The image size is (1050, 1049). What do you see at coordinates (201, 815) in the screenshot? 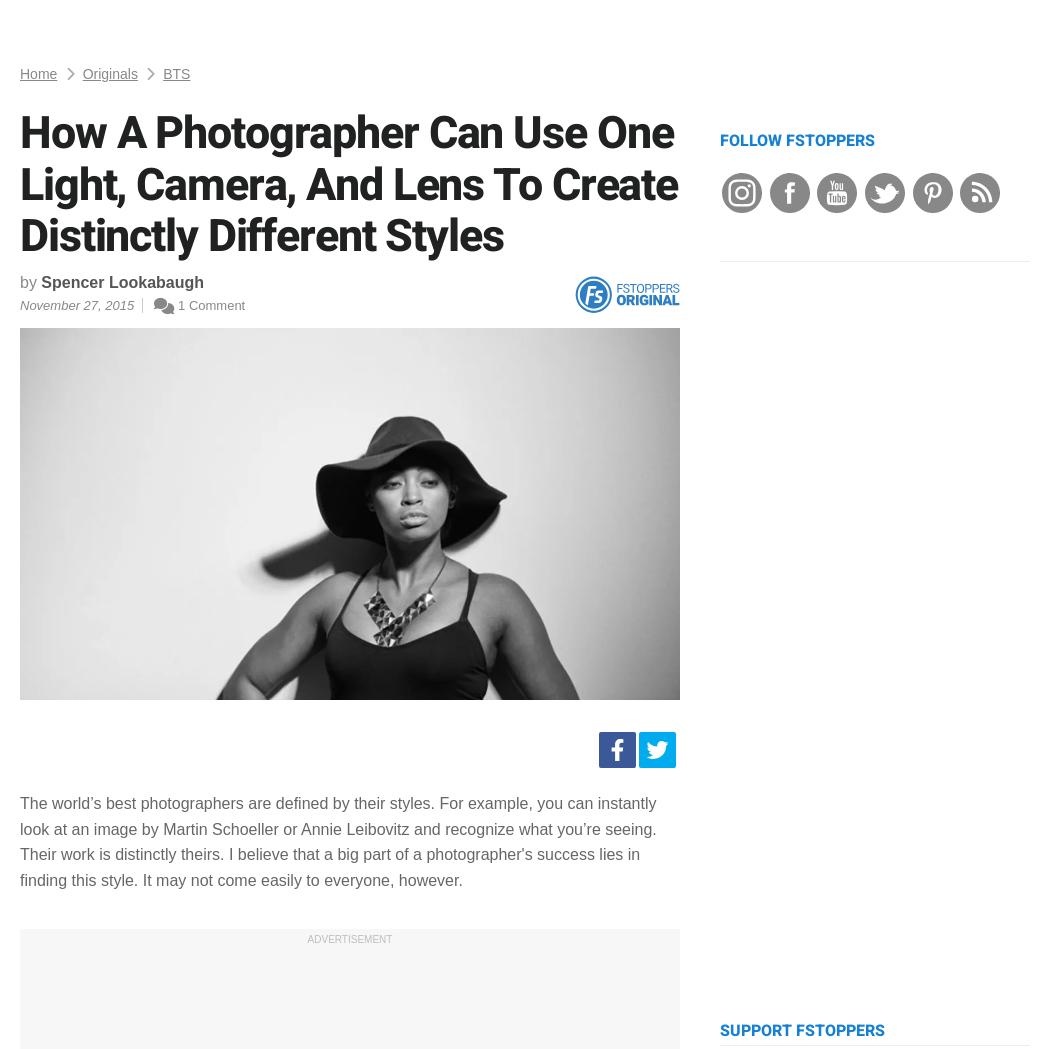
I see `'January 28, 2014'` at bounding box center [201, 815].